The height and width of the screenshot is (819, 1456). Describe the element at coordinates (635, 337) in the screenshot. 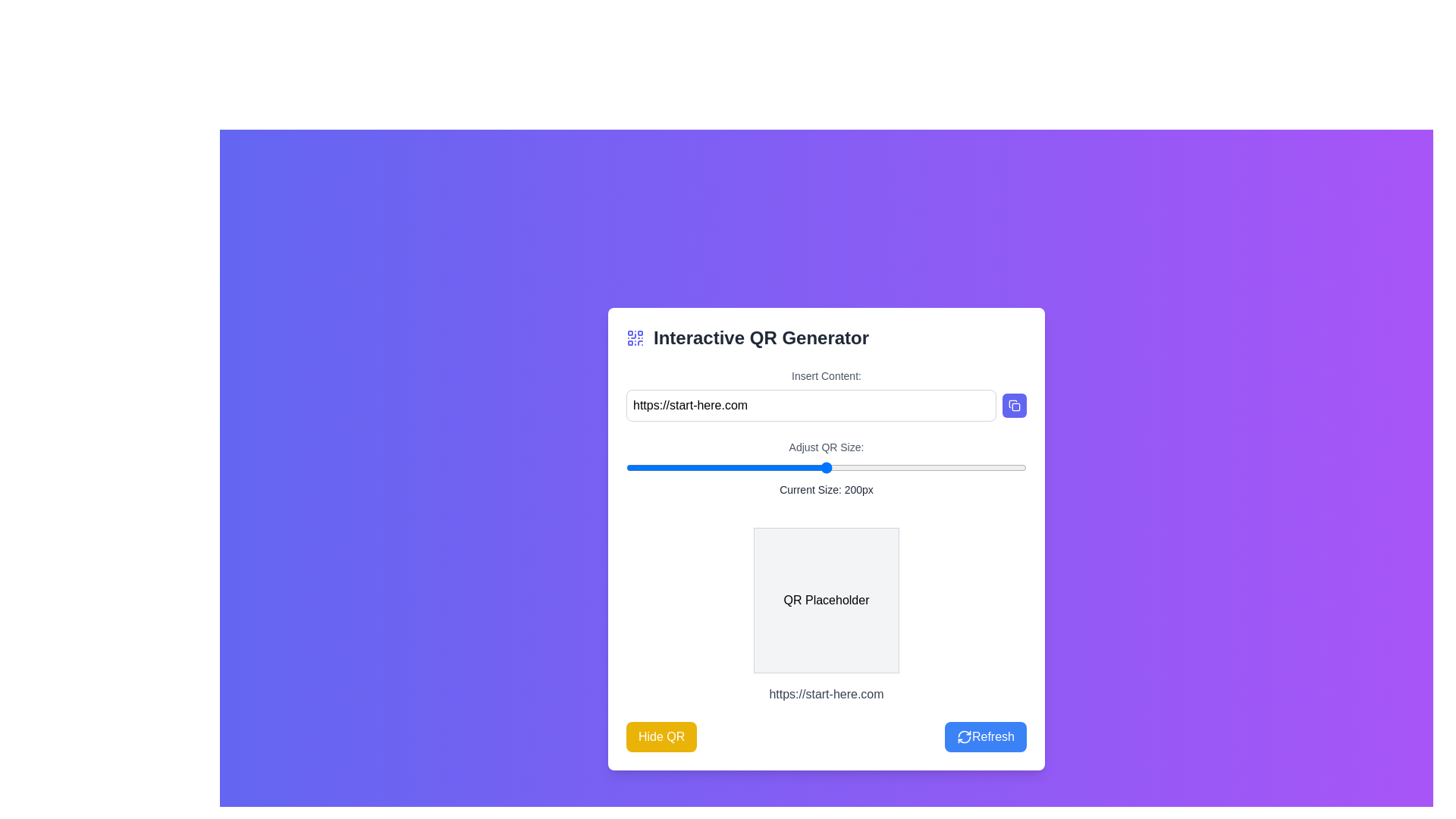

I see `the decorative or functional QR code icon located to the left of the 'Interactive QR Generator' text in the modal interface` at that location.